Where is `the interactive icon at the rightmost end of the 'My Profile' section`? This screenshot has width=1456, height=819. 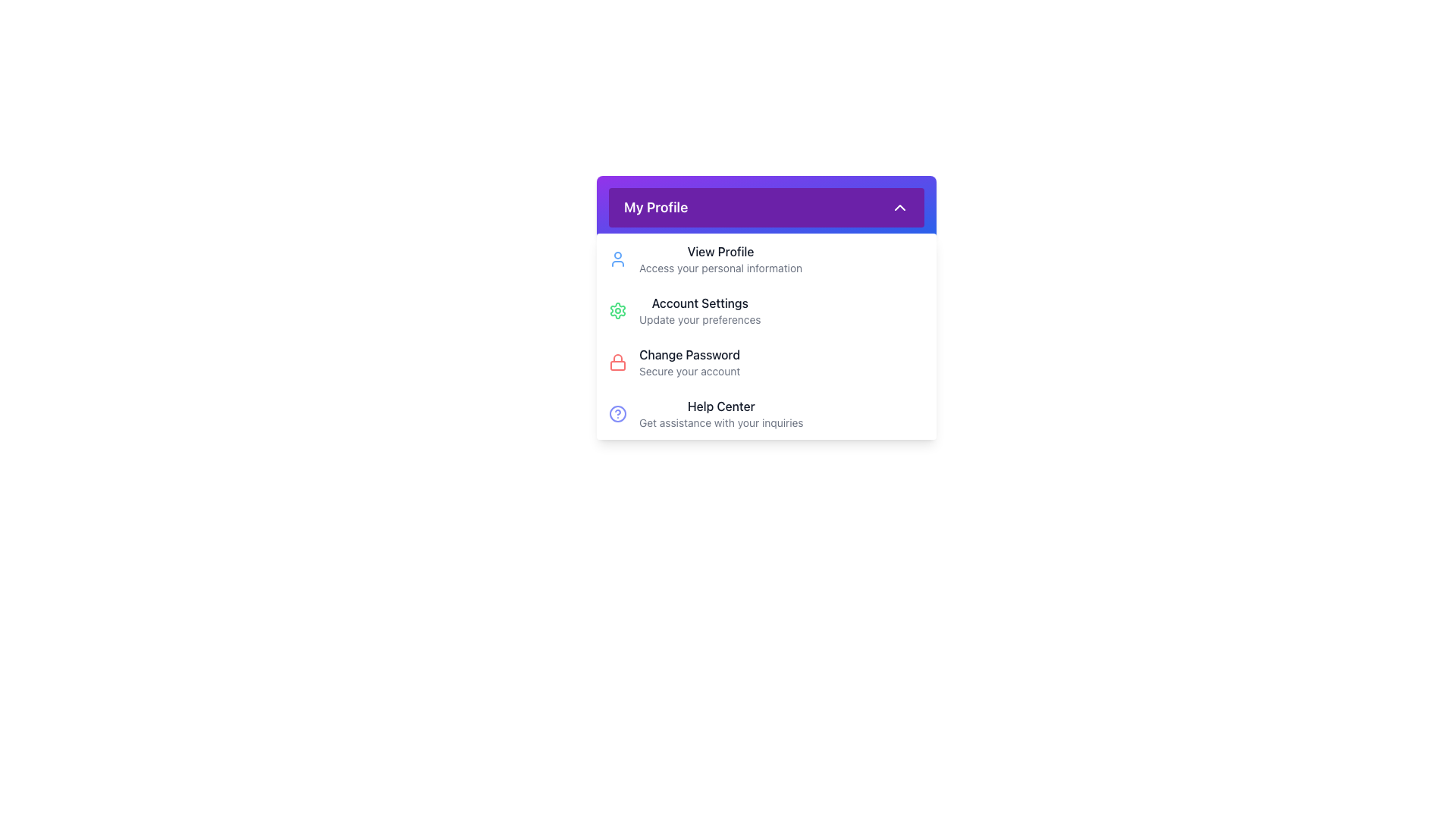 the interactive icon at the rightmost end of the 'My Profile' section is located at coordinates (899, 207).